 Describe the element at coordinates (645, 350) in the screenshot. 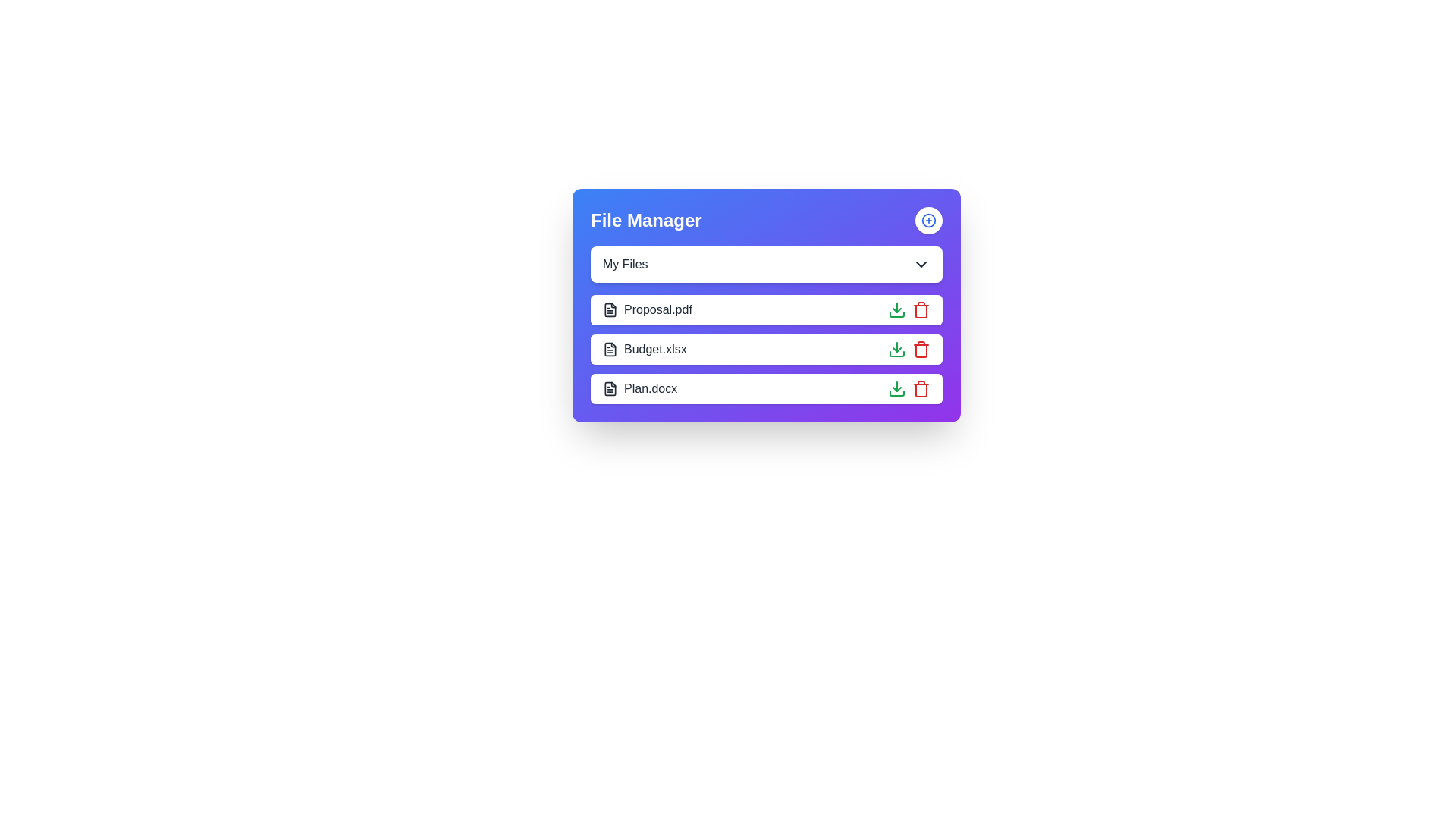

I see `the text display showing the file name 'Budget.xlsx' in the File Manager, which is positioned between 'Proposal.pdf' and 'Plan.docx'` at that location.